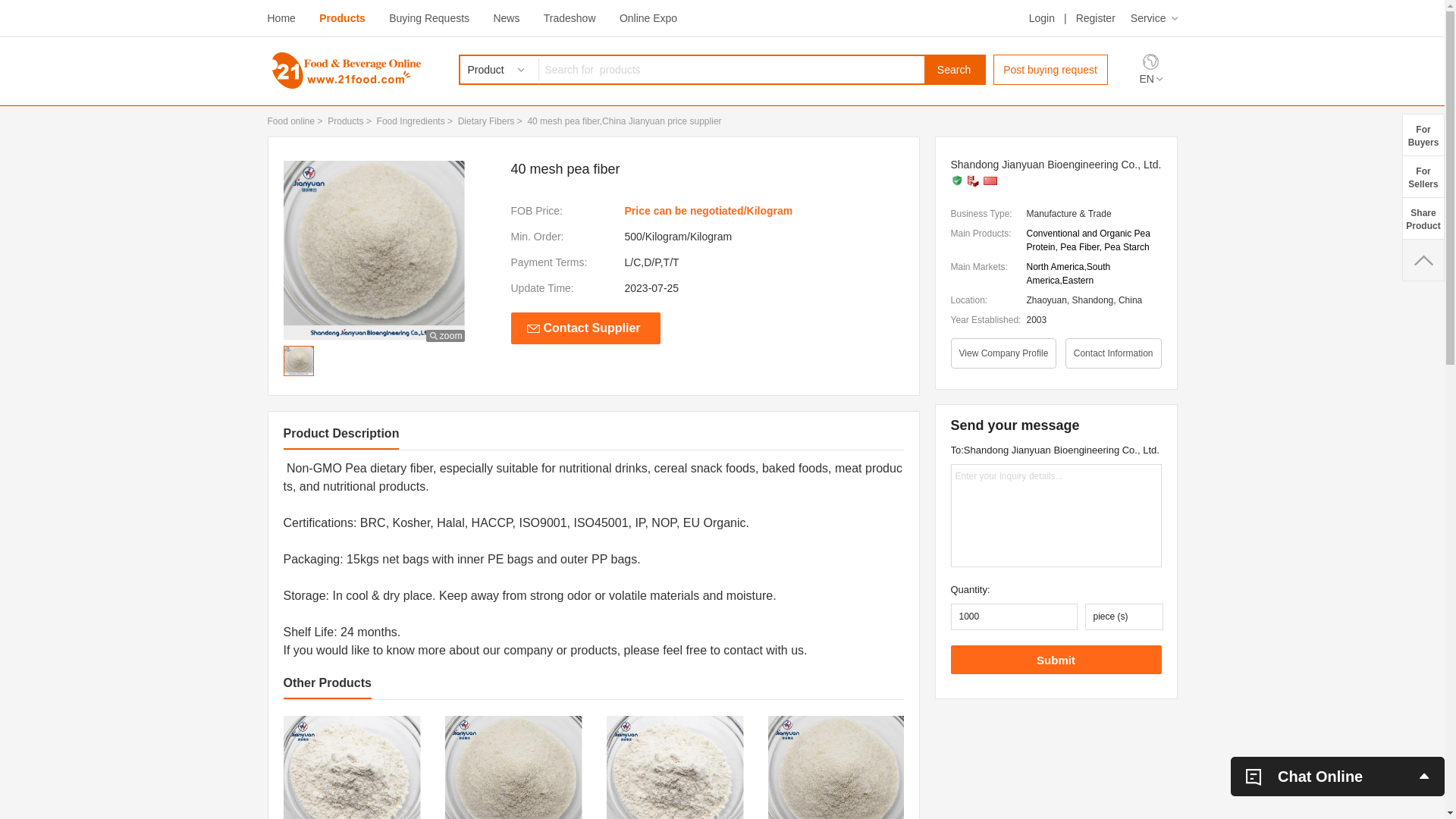 The height and width of the screenshot is (819, 1456). Describe the element at coordinates (1095, 17) in the screenshot. I see `'Register'` at that location.